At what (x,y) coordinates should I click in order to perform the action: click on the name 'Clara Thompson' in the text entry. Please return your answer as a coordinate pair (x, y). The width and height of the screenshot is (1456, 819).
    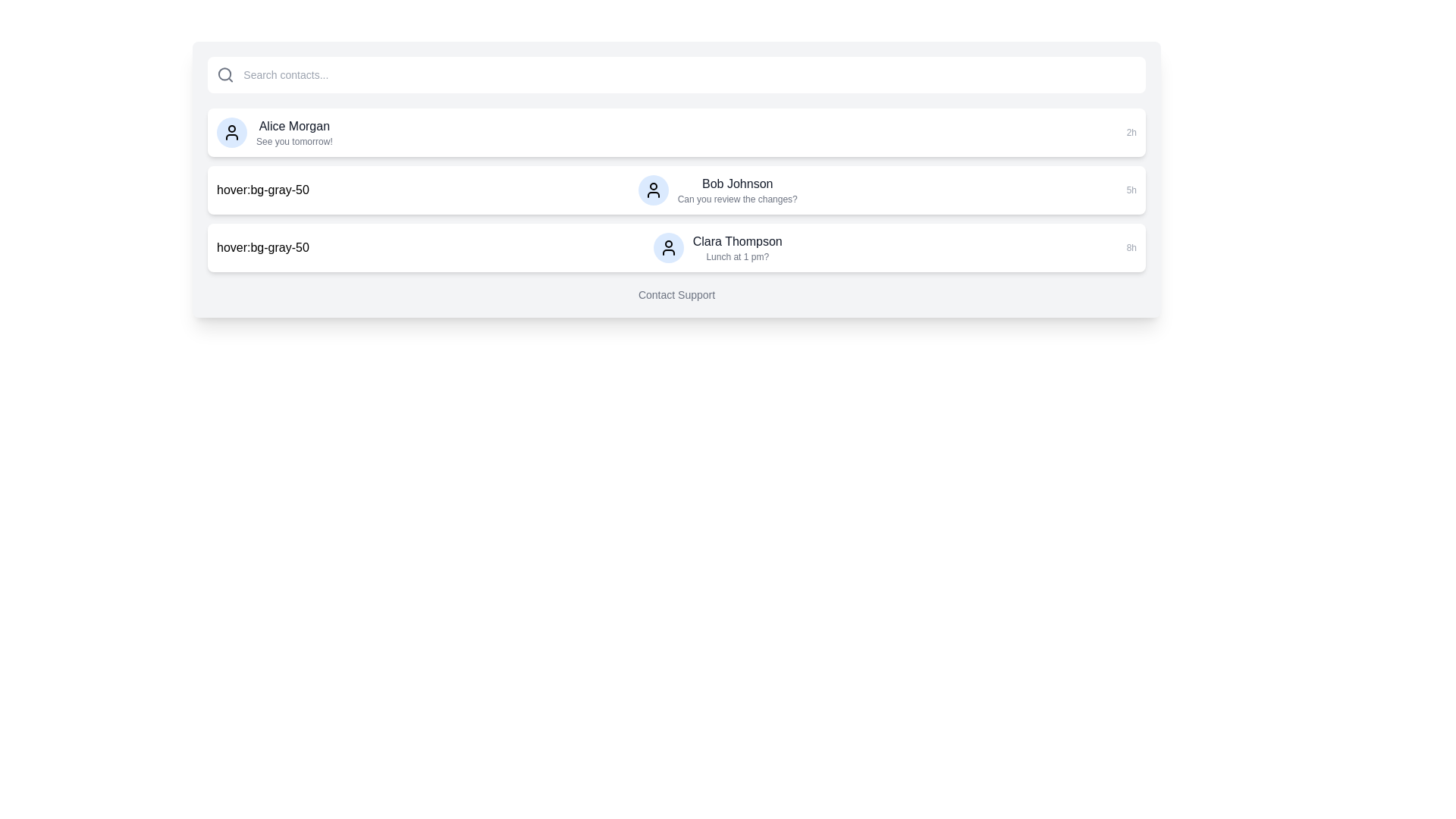
    Looking at the image, I should click on (737, 247).